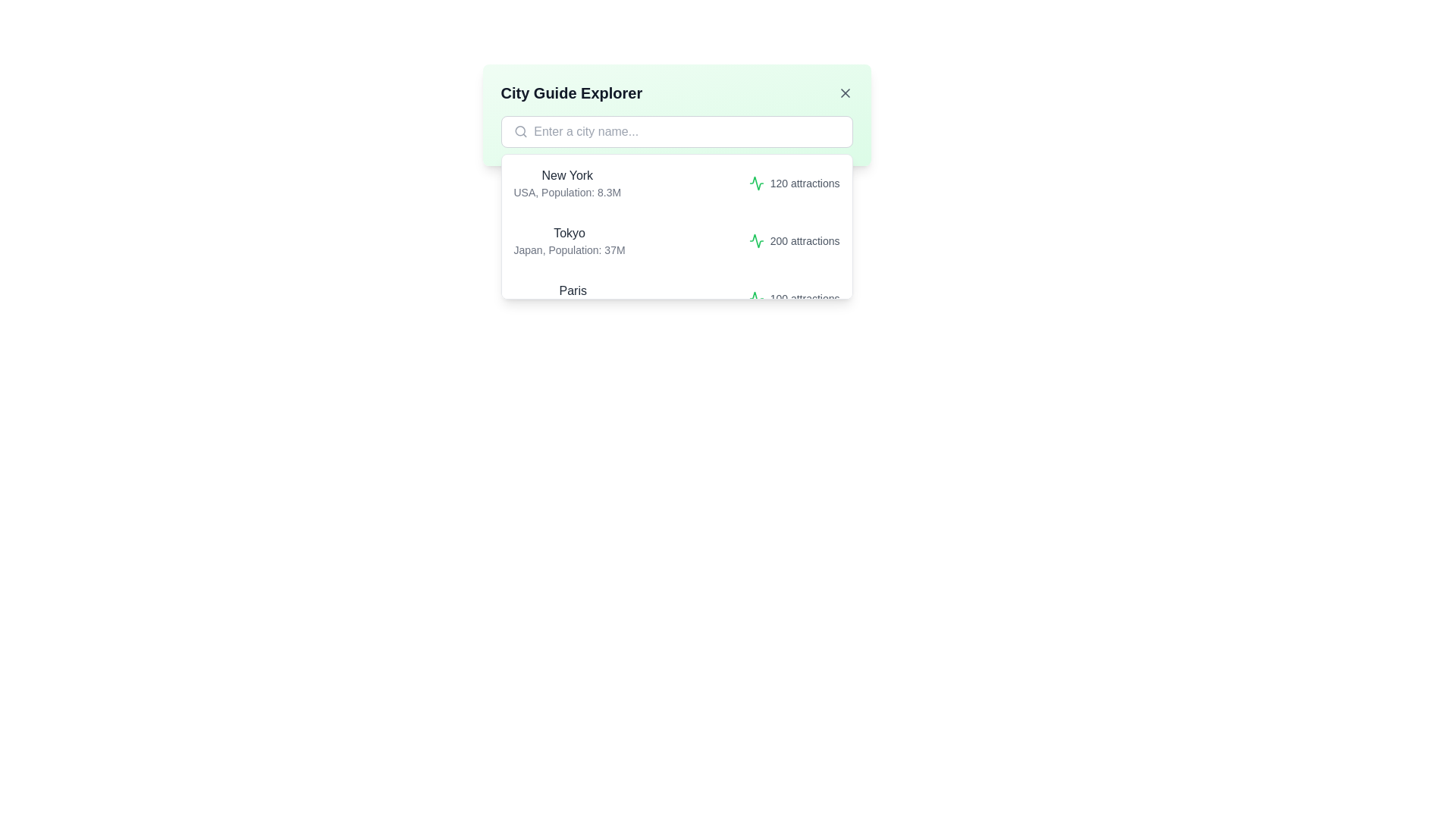  I want to click on the Close Button located on the rightmost side of the header bar of the 'City Guide Explorer' section, so click(844, 93).